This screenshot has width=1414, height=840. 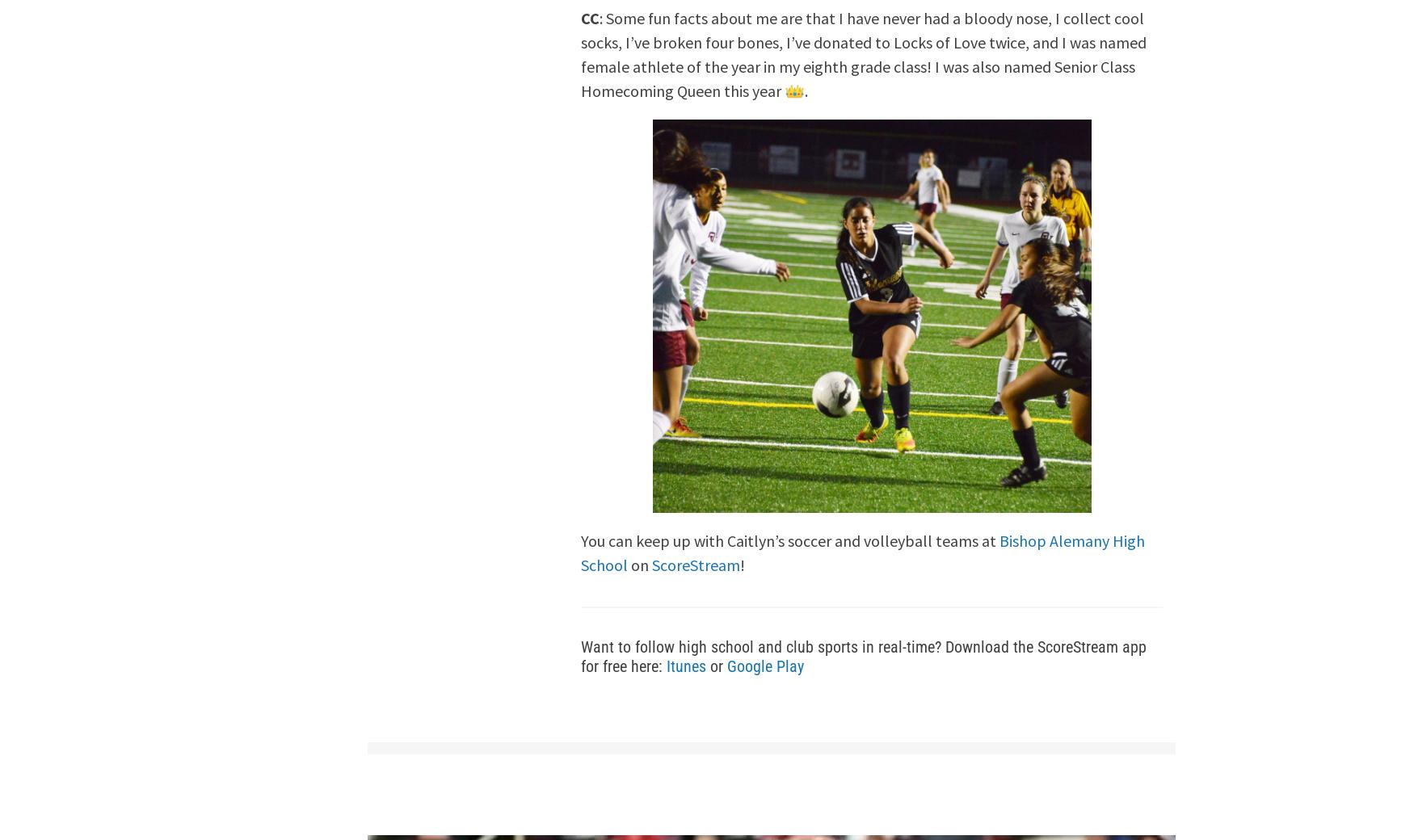 What do you see at coordinates (581, 17) in the screenshot?
I see `'CC'` at bounding box center [581, 17].